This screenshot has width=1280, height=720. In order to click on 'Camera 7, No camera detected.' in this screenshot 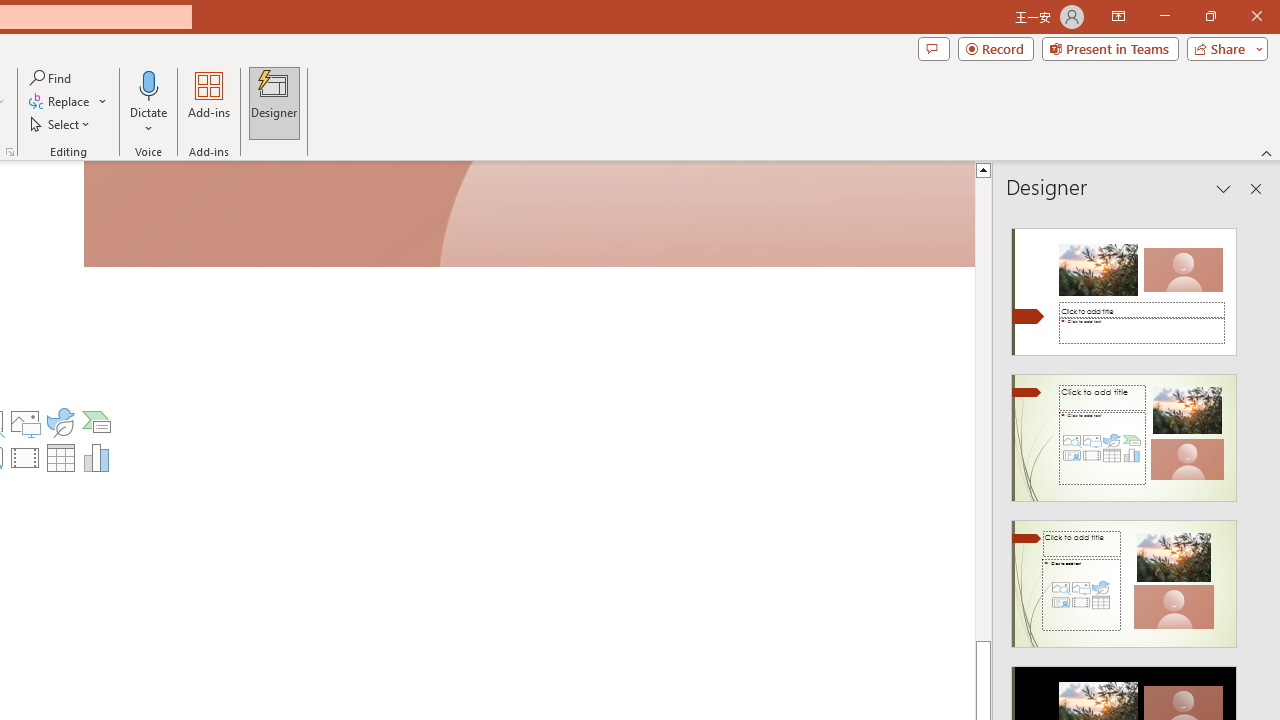, I will do `click(529, 215)`.